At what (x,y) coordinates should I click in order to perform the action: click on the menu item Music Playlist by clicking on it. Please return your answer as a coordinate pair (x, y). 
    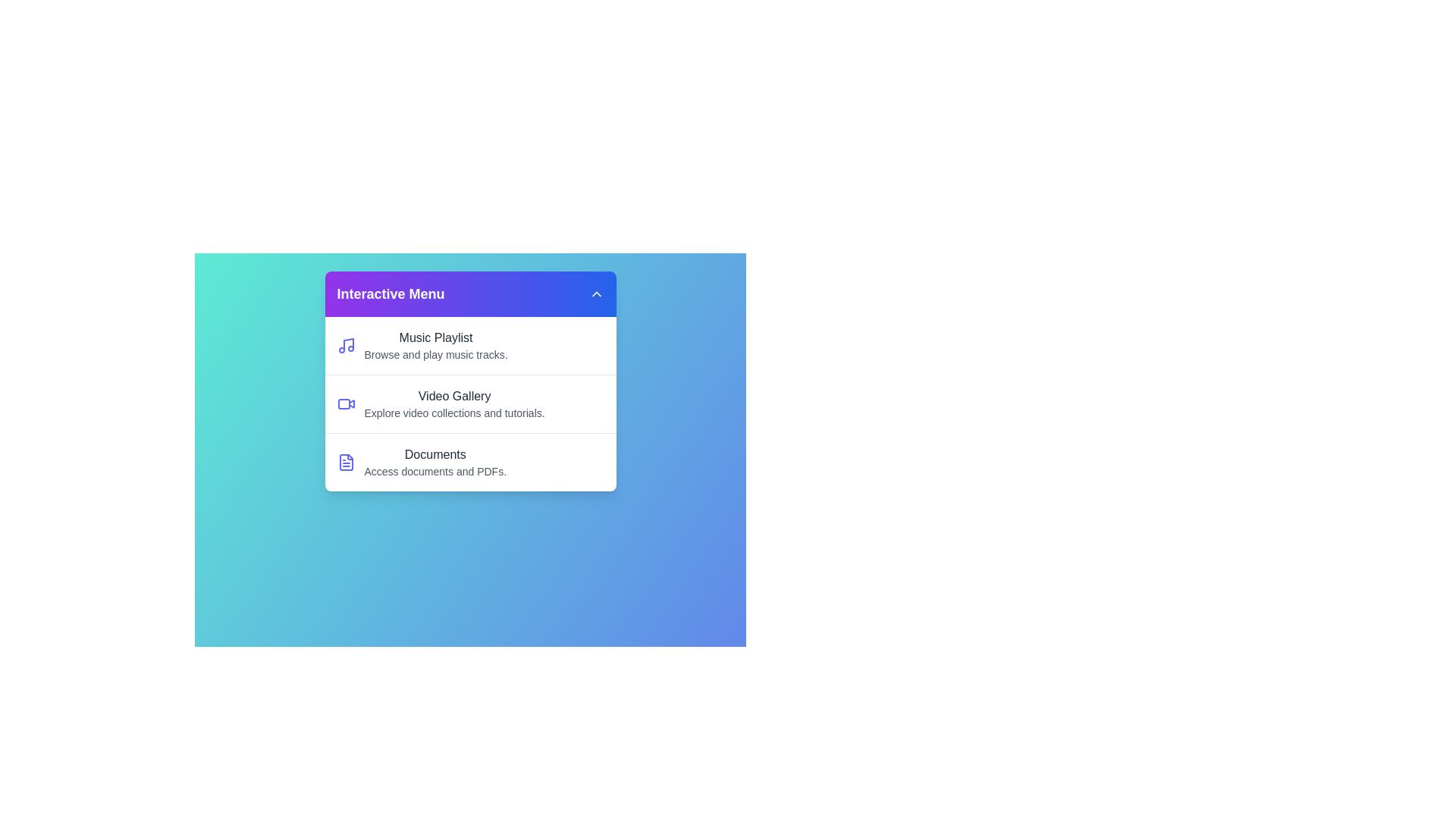
    Looking at the image, I should click on (469, 345).